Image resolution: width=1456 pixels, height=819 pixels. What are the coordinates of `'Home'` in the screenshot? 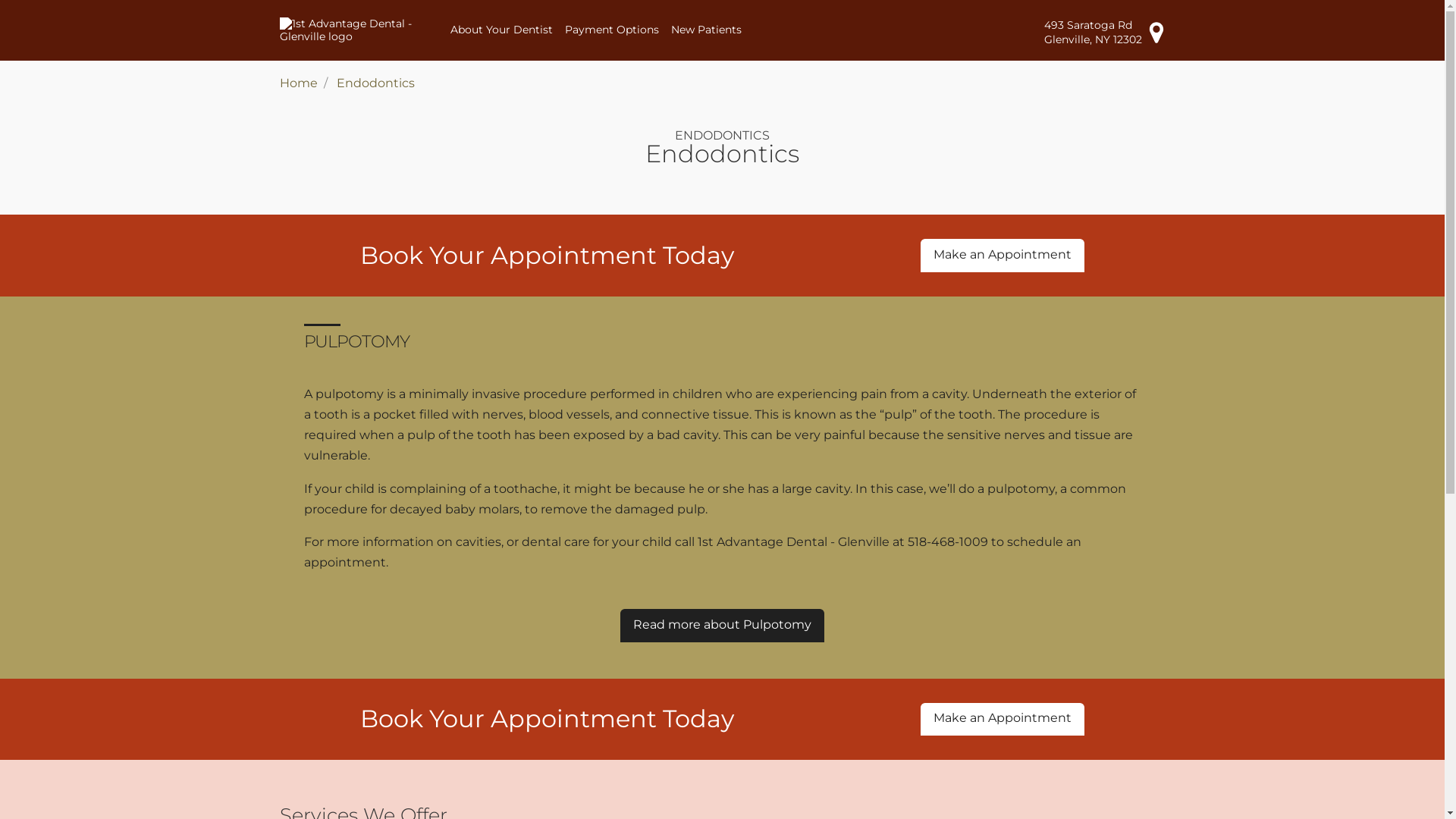 It's located at (298, 83).